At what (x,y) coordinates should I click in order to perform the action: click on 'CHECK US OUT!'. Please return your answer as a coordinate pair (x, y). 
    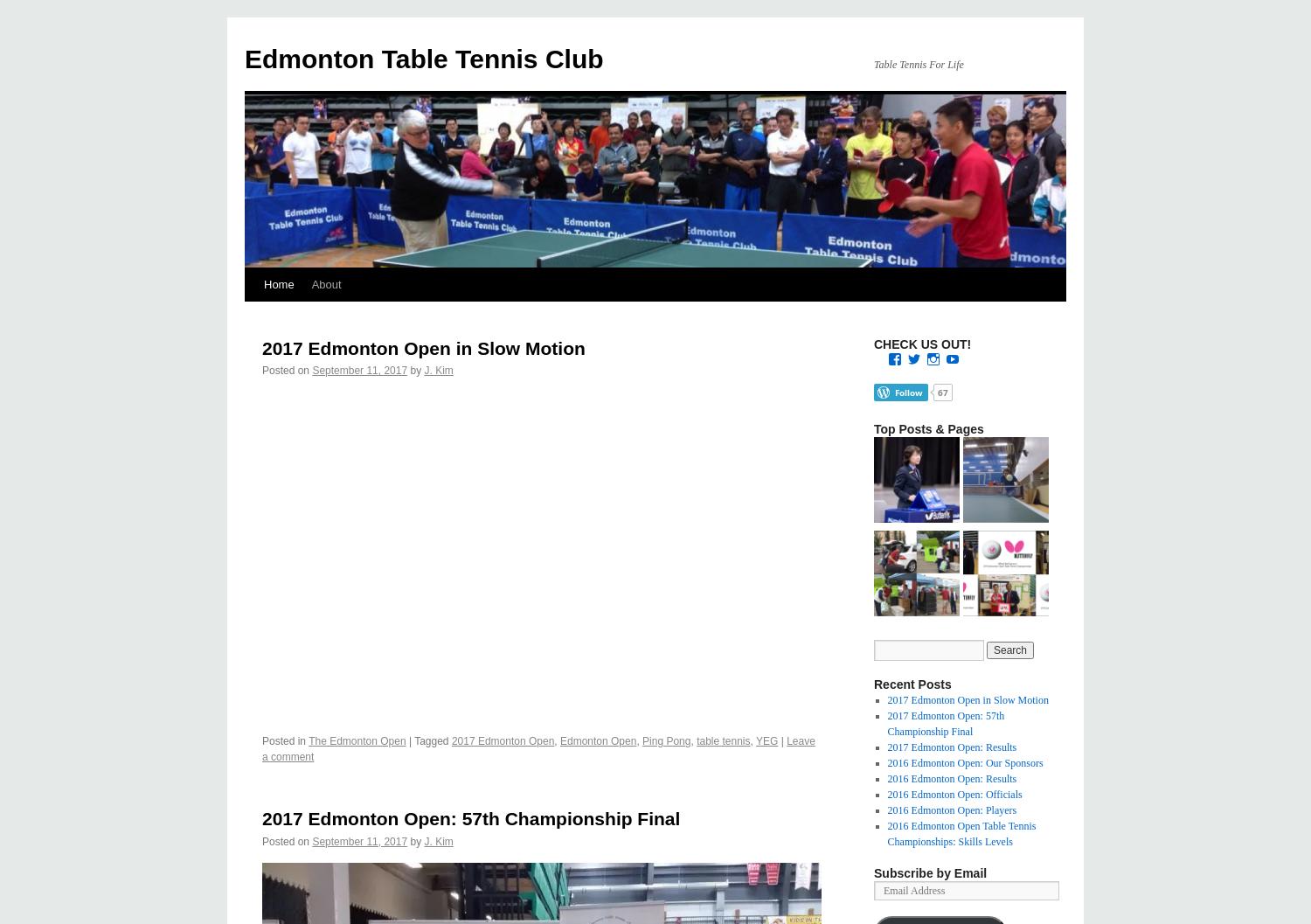
    Looking at the image, I should click on (874, 344).